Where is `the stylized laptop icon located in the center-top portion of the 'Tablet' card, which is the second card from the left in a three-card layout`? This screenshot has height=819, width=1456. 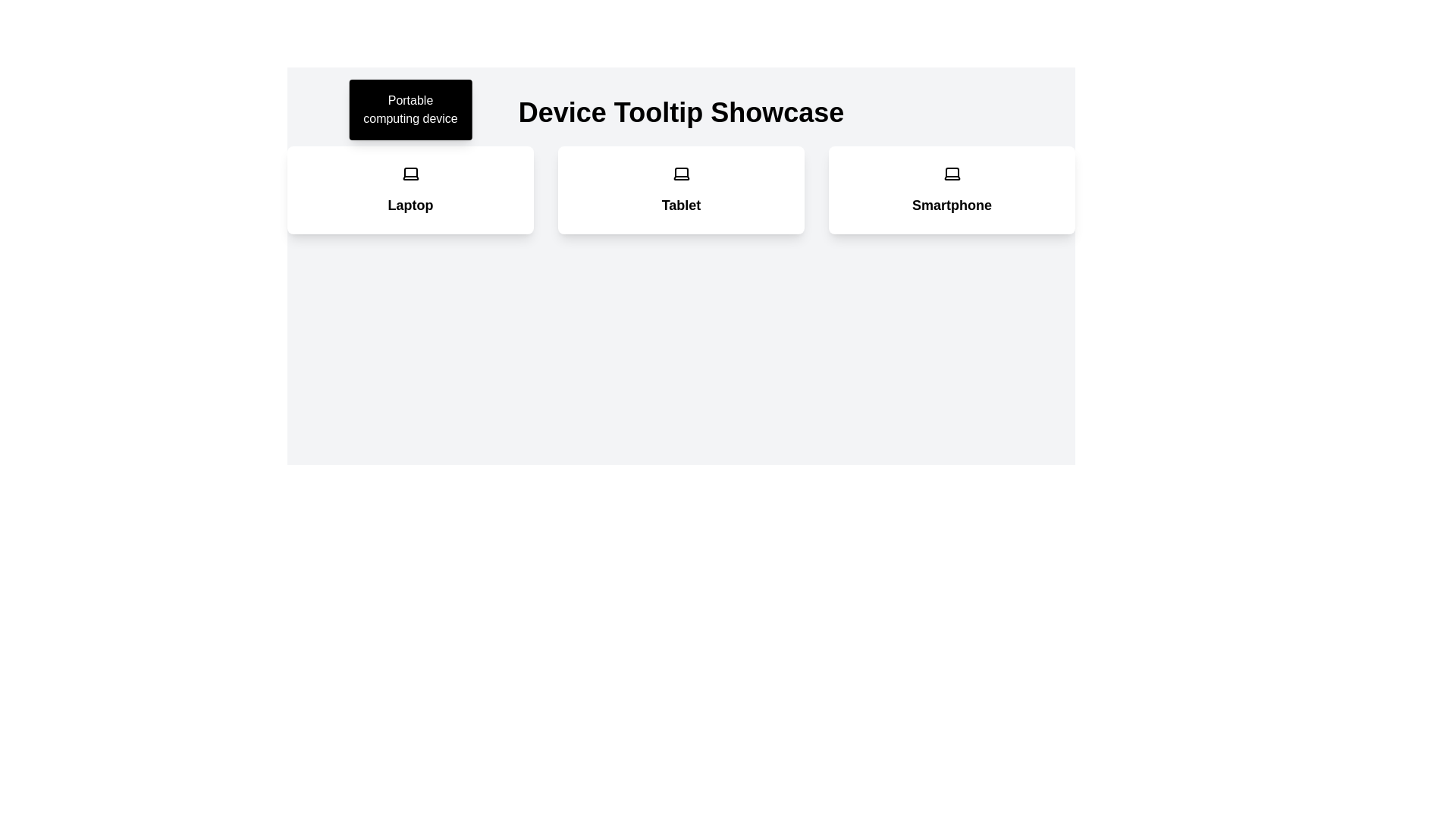
the stylized laptop icon located in the center-top portion of the 'Tablet' card, which is the second card from the left in a three-card layout is located at coordinates (680, 172).